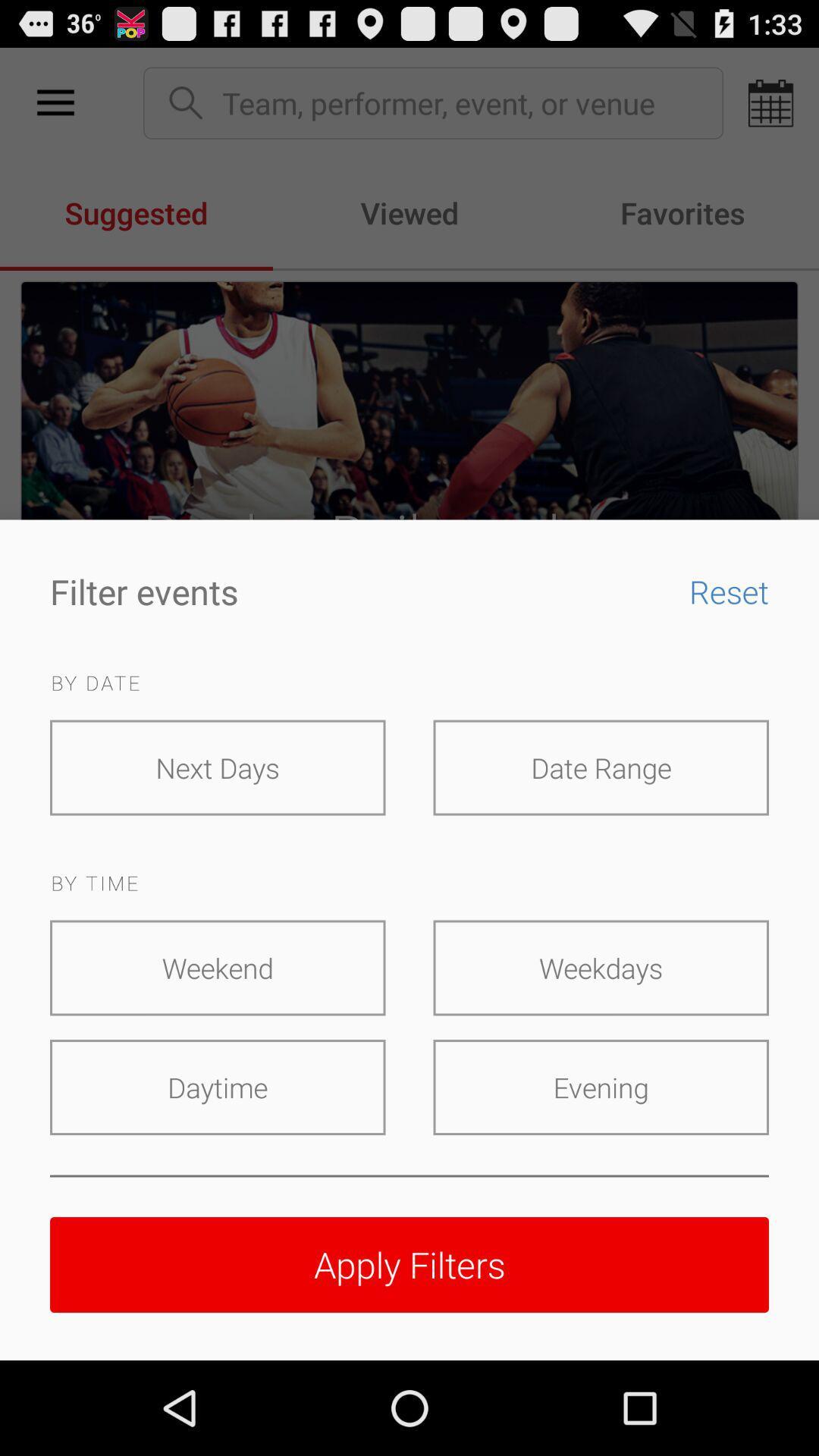  What do you see at coordinates (600, 1087) in the screenshot?
I see `item to the right of daytime item` at bounding box center [600, 1087].